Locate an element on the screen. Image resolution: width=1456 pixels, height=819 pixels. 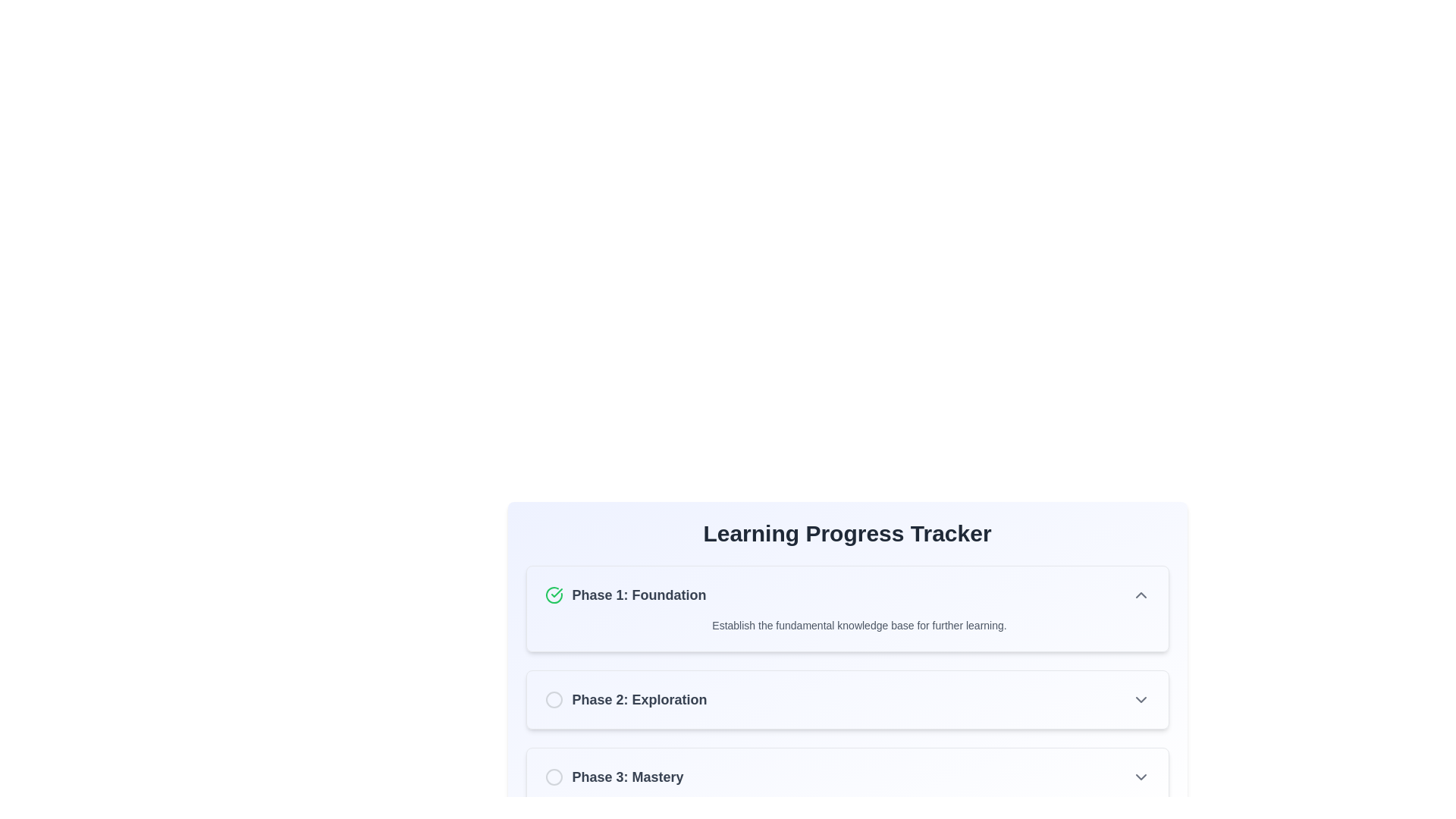
the text 'Phase 2: Exploration', which is the second item in a vertical list of phases, positioned below 'Phase 1: Foundation' and above 'Phase 3: Mastery' is located at coordinates (626, 699).